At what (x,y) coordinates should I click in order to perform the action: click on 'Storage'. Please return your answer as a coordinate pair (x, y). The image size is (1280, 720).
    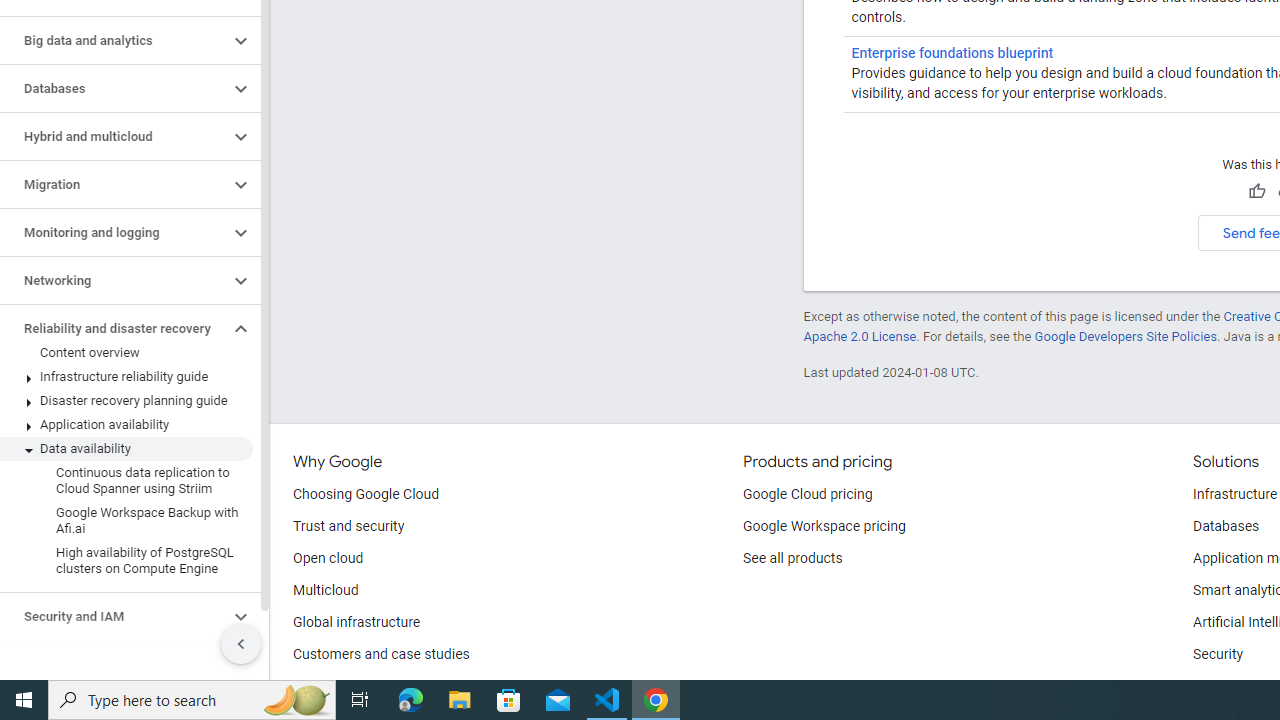
    Looking at the image, I should click on (113, 664).